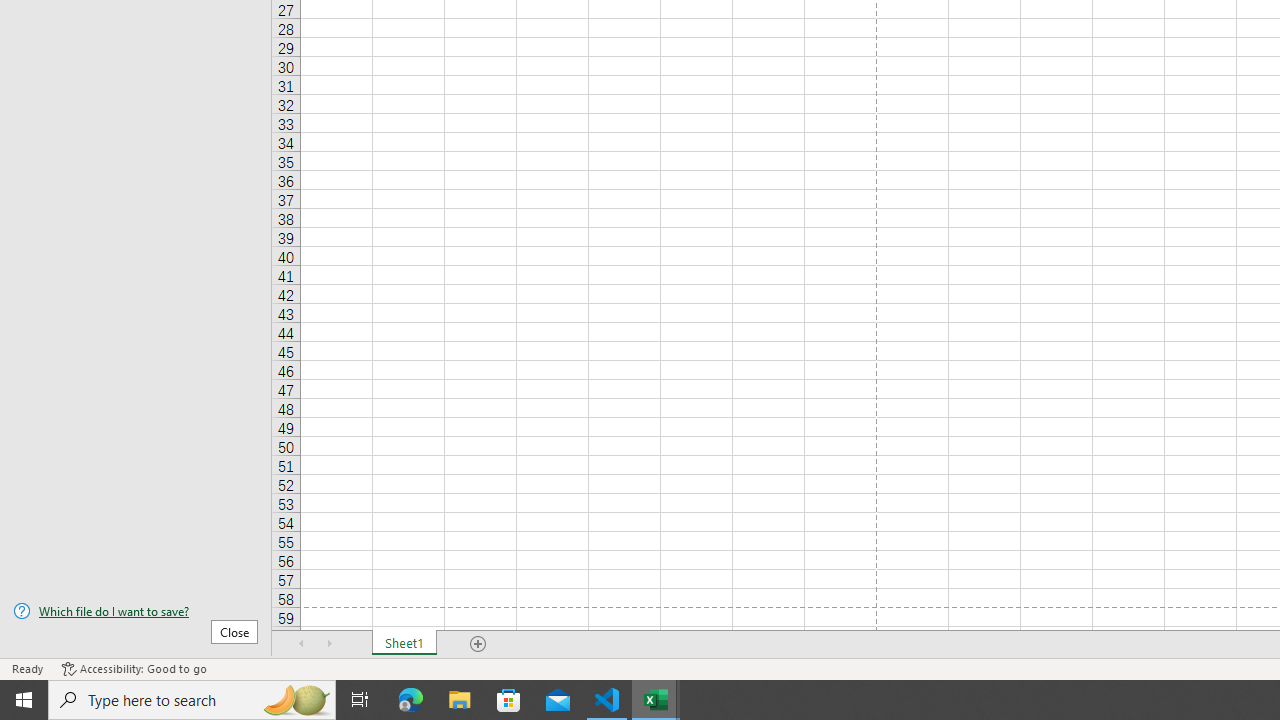 Image resolution: width=1280 pixels, height=720 pixels. What do you see at coordinates (477, 644) in the screenshot?
I see `'Add Sheet'` at bounding box center [477, 644].